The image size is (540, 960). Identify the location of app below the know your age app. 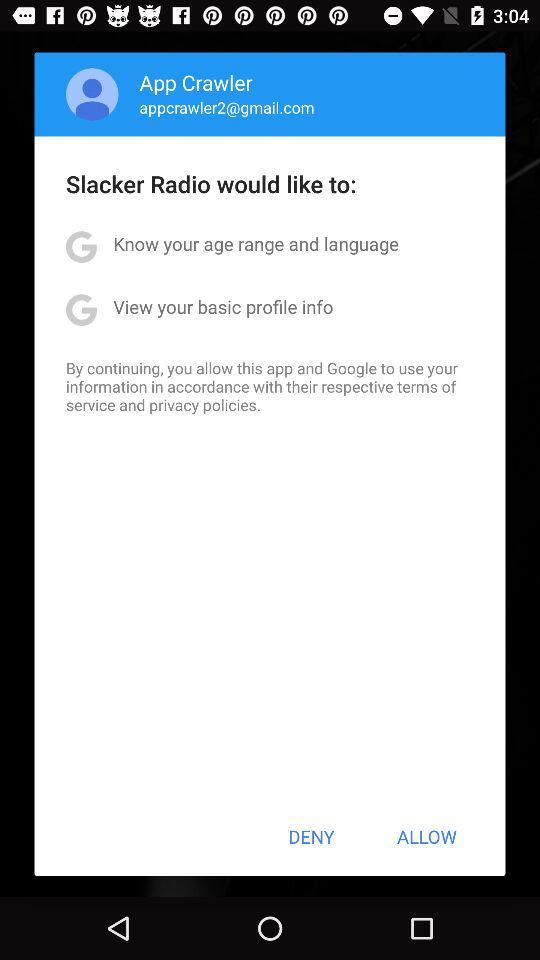
(222, 306).